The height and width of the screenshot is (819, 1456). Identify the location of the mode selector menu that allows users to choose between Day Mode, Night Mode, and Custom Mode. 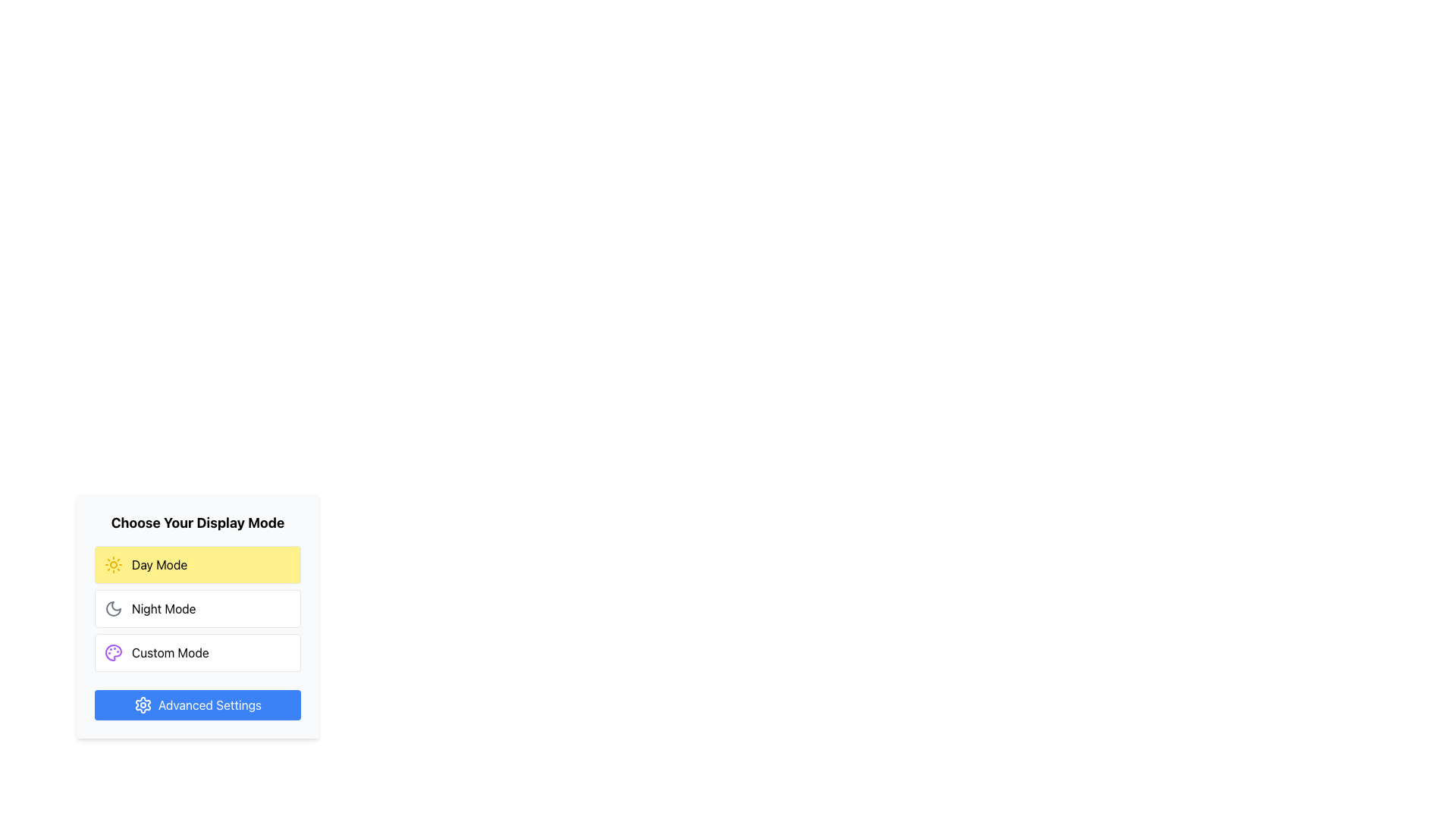
(196, 617).